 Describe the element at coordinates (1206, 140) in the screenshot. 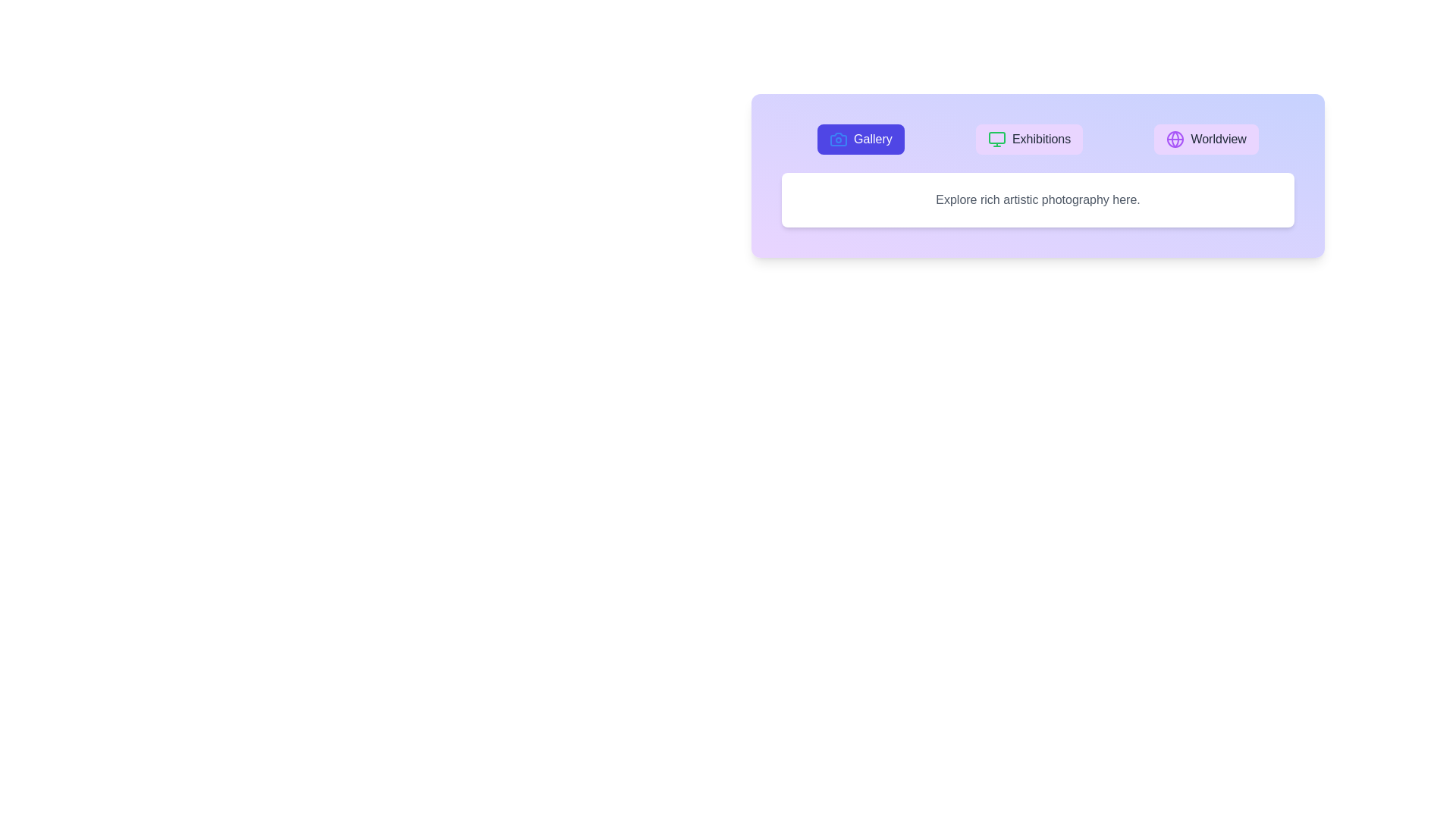

I see `the Worldview tab by clicking on the corresponding button` at that location.